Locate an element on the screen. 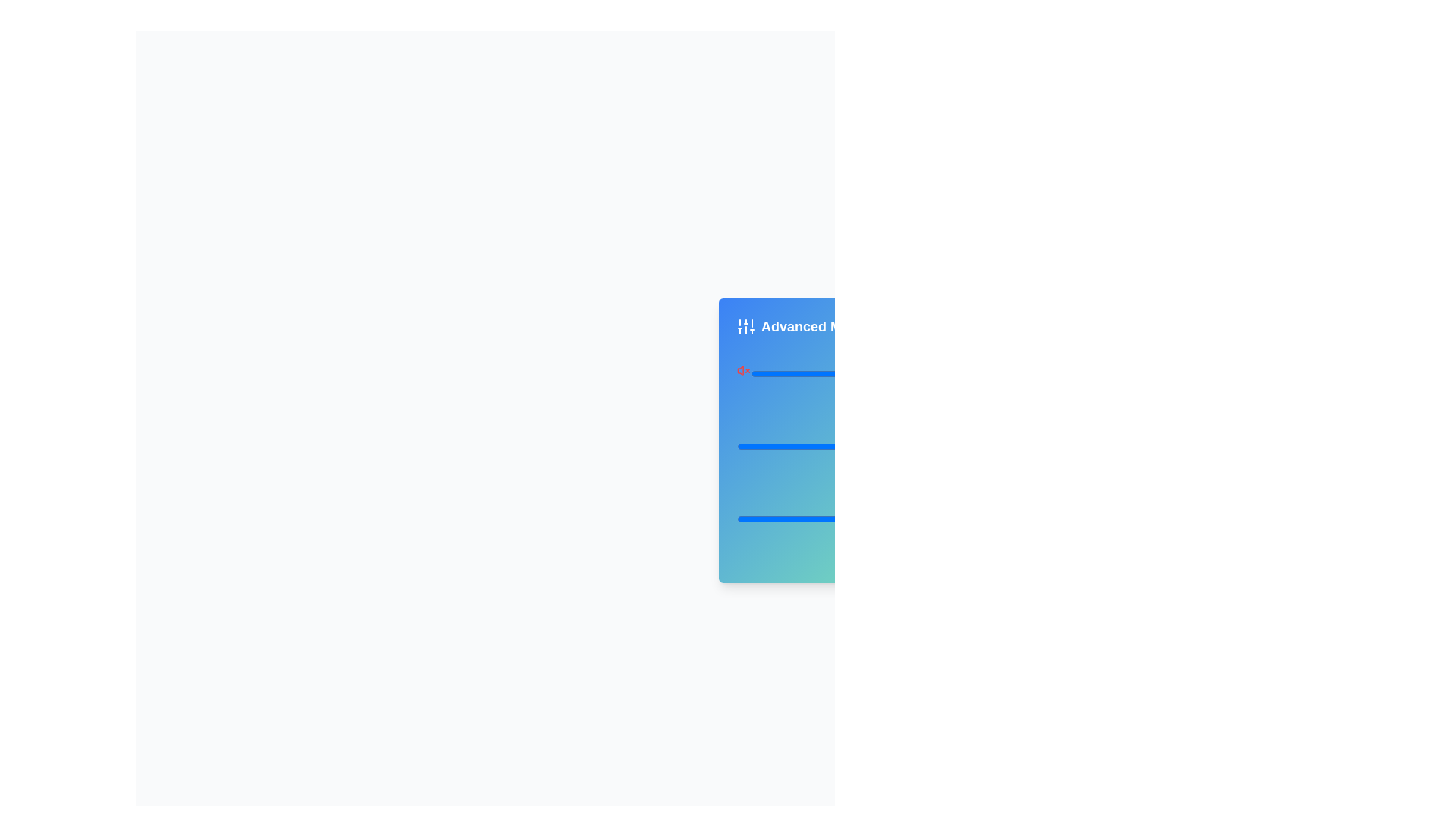 Image resolution: width=1456 pixels, height=819 pixels. the slider value is located at coordinates (739, 446).